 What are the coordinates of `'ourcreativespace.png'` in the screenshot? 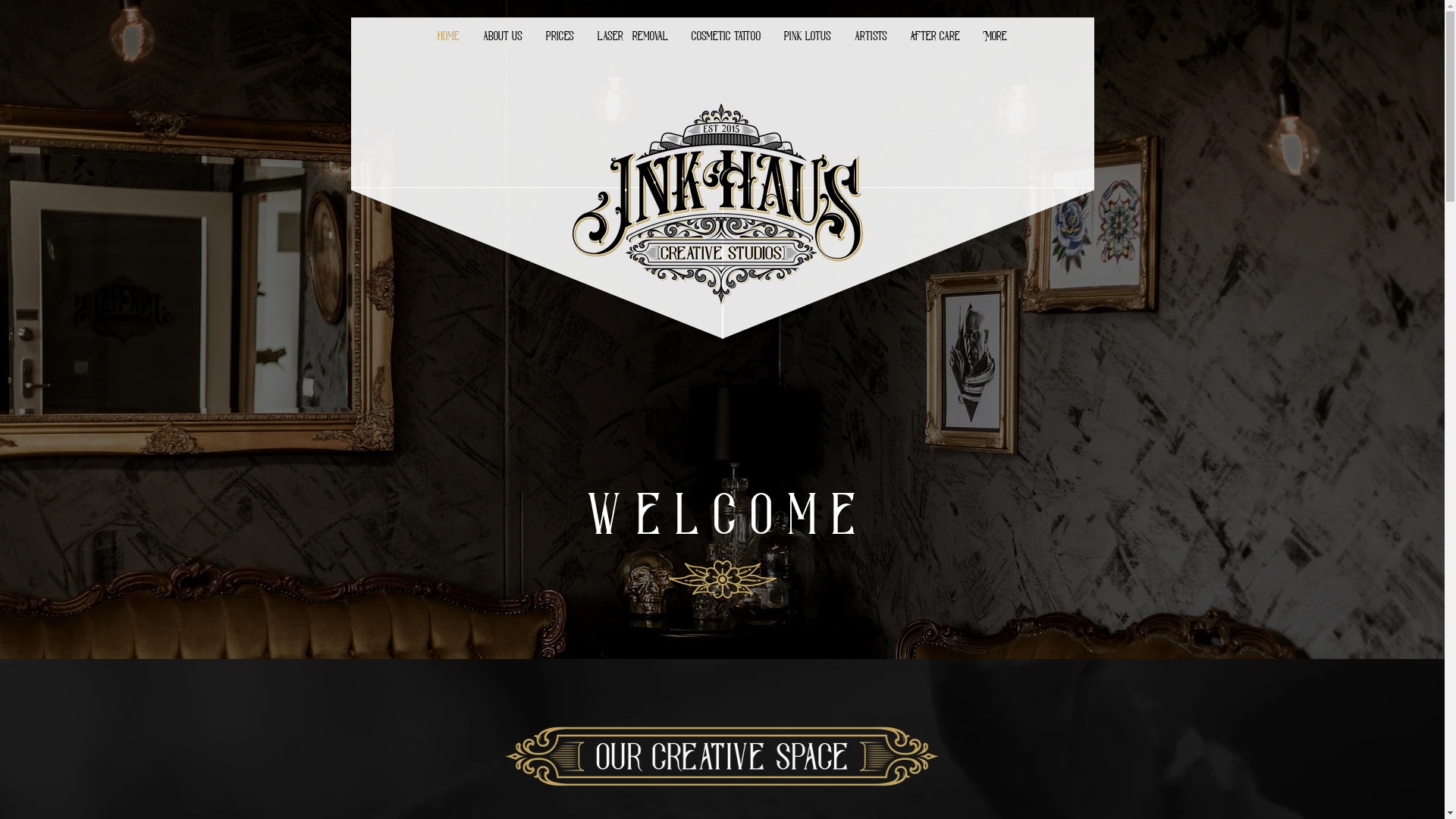 It's located at (720, 755).